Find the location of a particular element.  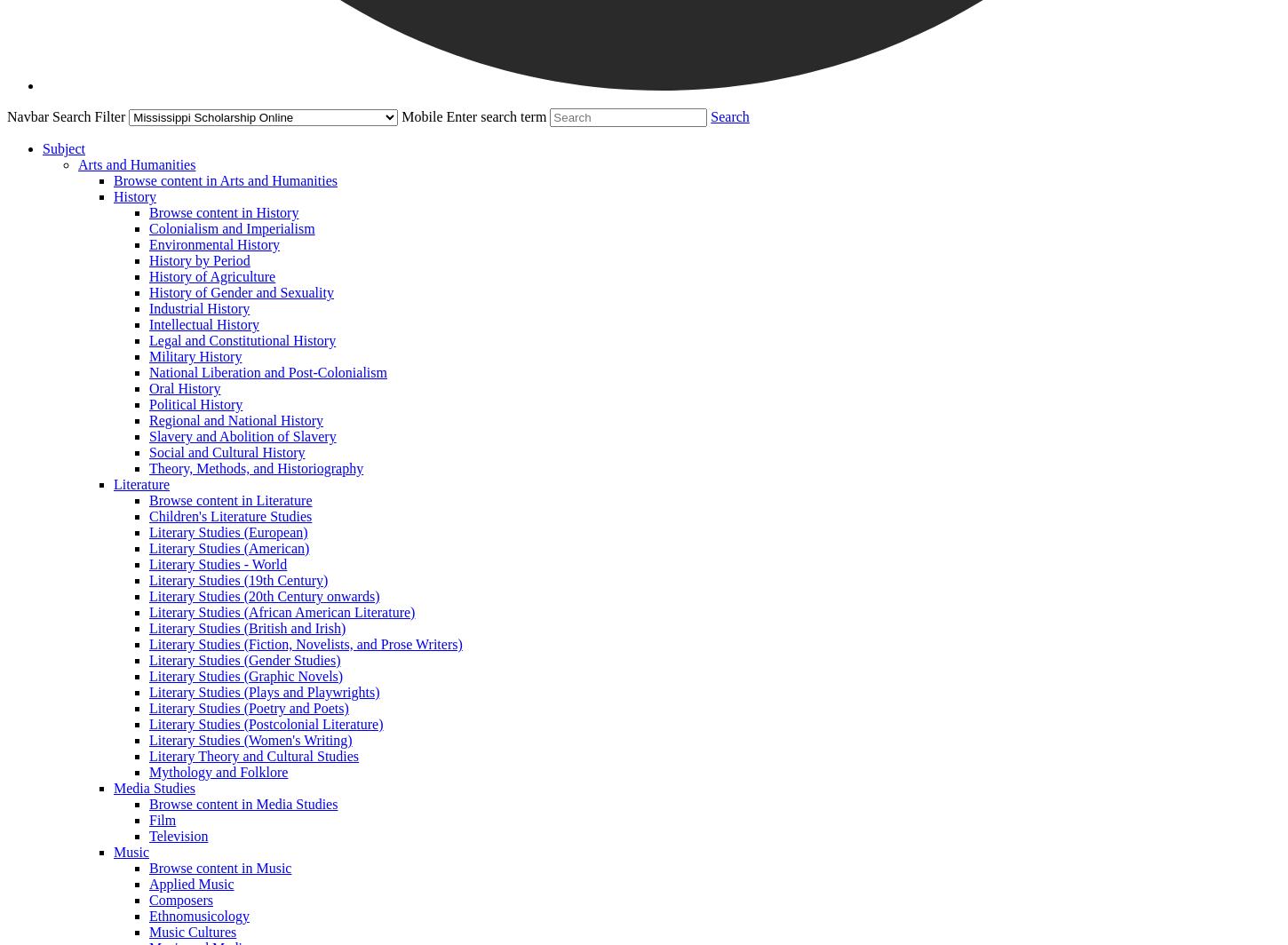

'History of Gender and Sexuality' is located at coordinates (148, 292).